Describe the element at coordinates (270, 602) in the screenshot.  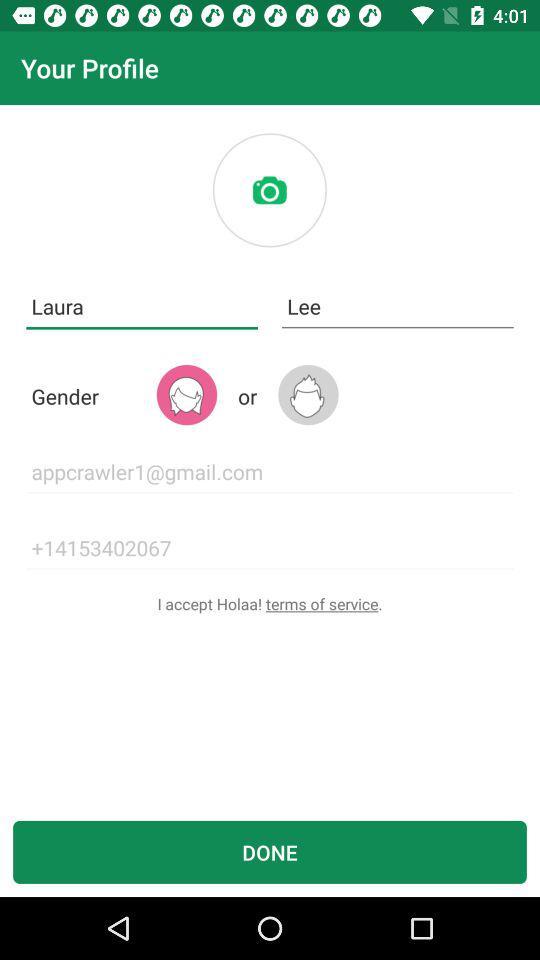
I see `i accept holaa icon` at that location.